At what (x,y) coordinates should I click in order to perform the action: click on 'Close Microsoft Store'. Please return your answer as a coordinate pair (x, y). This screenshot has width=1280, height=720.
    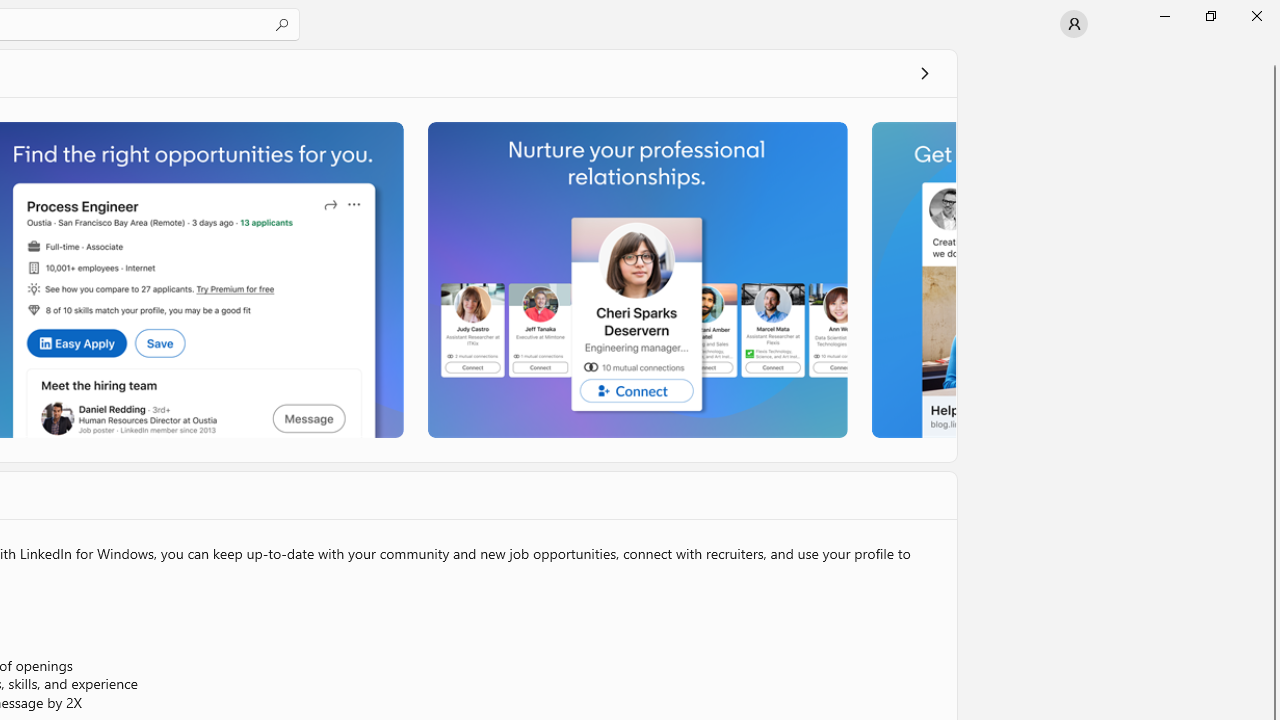
    Looking at the image, I should click on (1255, 15).